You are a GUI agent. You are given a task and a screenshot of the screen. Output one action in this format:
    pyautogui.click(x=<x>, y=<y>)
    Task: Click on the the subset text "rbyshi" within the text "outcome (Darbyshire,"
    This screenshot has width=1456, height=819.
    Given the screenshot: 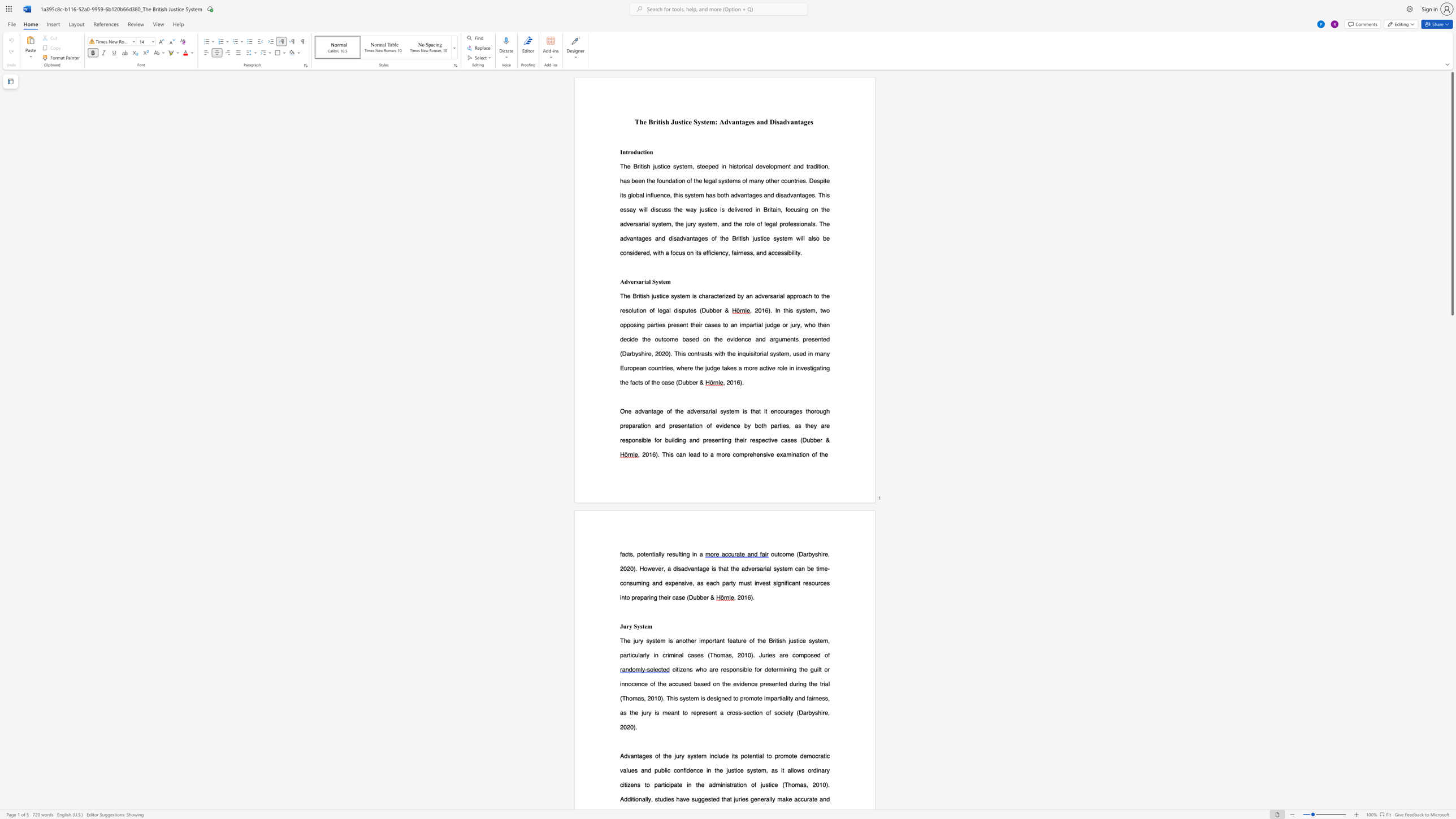 What is the action you would take?
    pyautogui.click(x=806, y=553)
    